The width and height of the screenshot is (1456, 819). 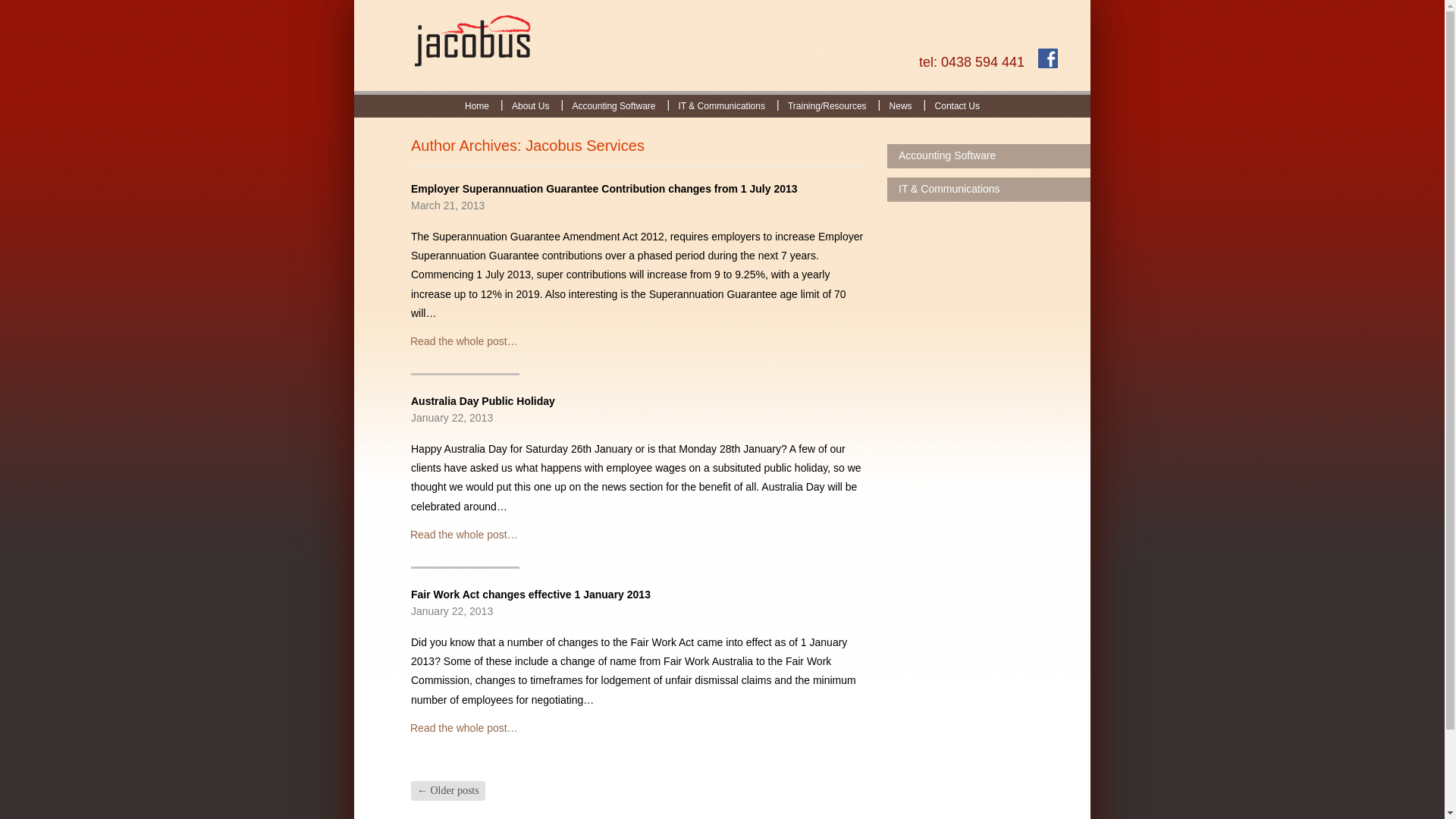 What do you see at coordinates (530, 105) in the screenshot?
I see `'About Us'` at bounding box center [530, 105].